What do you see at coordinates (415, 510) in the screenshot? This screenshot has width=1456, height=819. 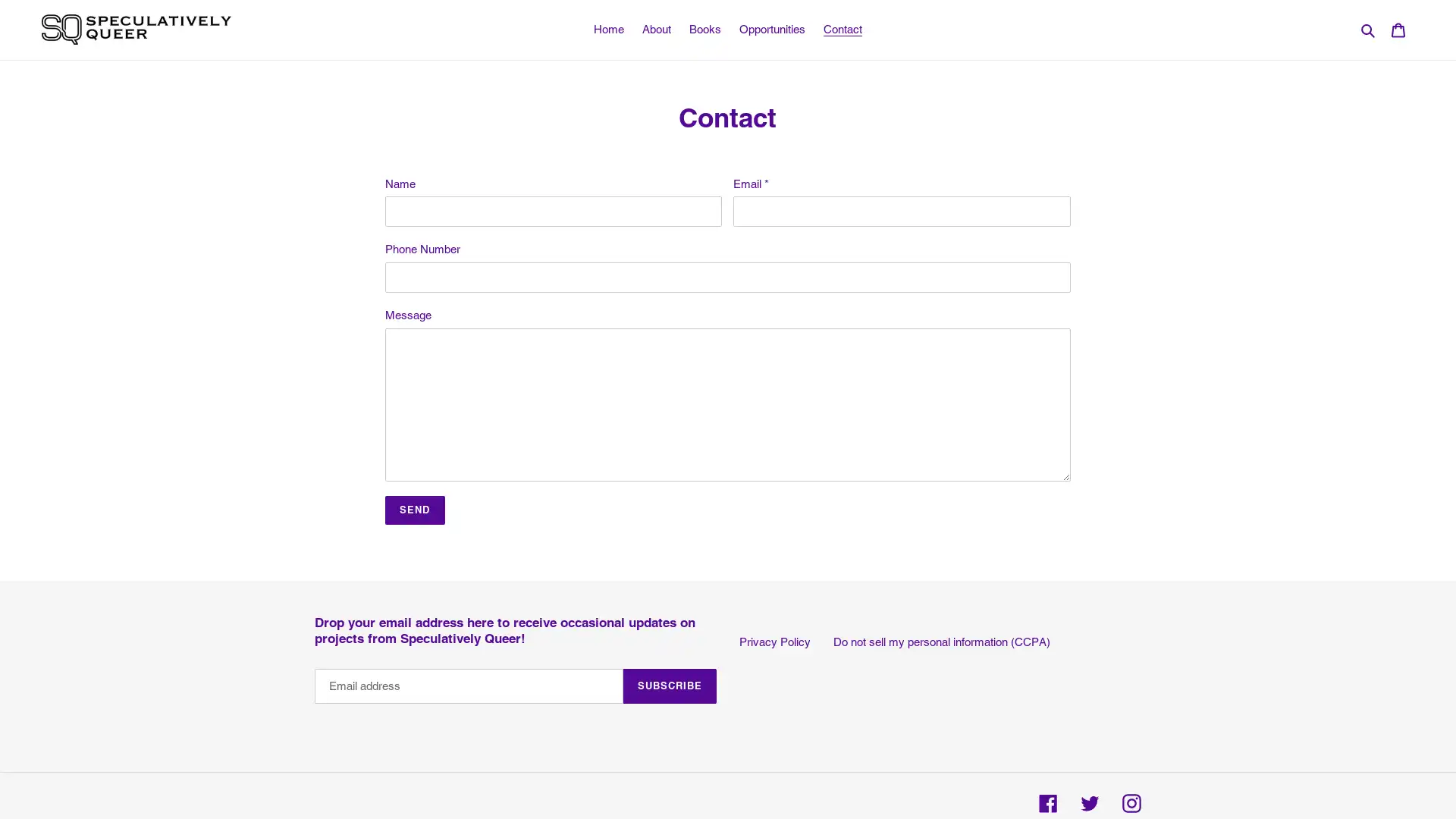 I see `Send` at bounding box center [415, 510].